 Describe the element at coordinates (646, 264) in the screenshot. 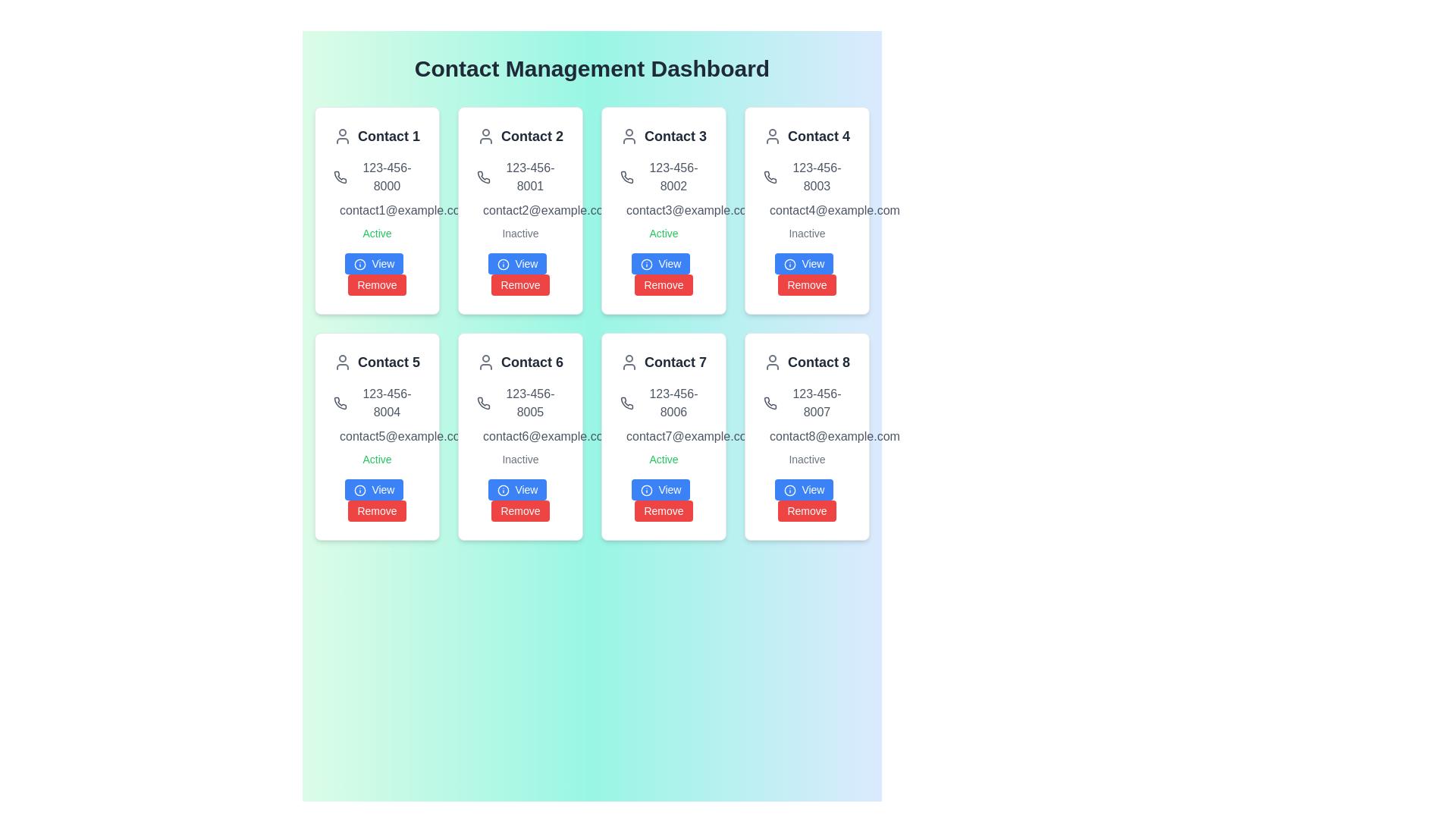

I see `the SVG graphical icon element located in the 'View' button of the card labeled 'Contact 3' to interact with the button` at that location.